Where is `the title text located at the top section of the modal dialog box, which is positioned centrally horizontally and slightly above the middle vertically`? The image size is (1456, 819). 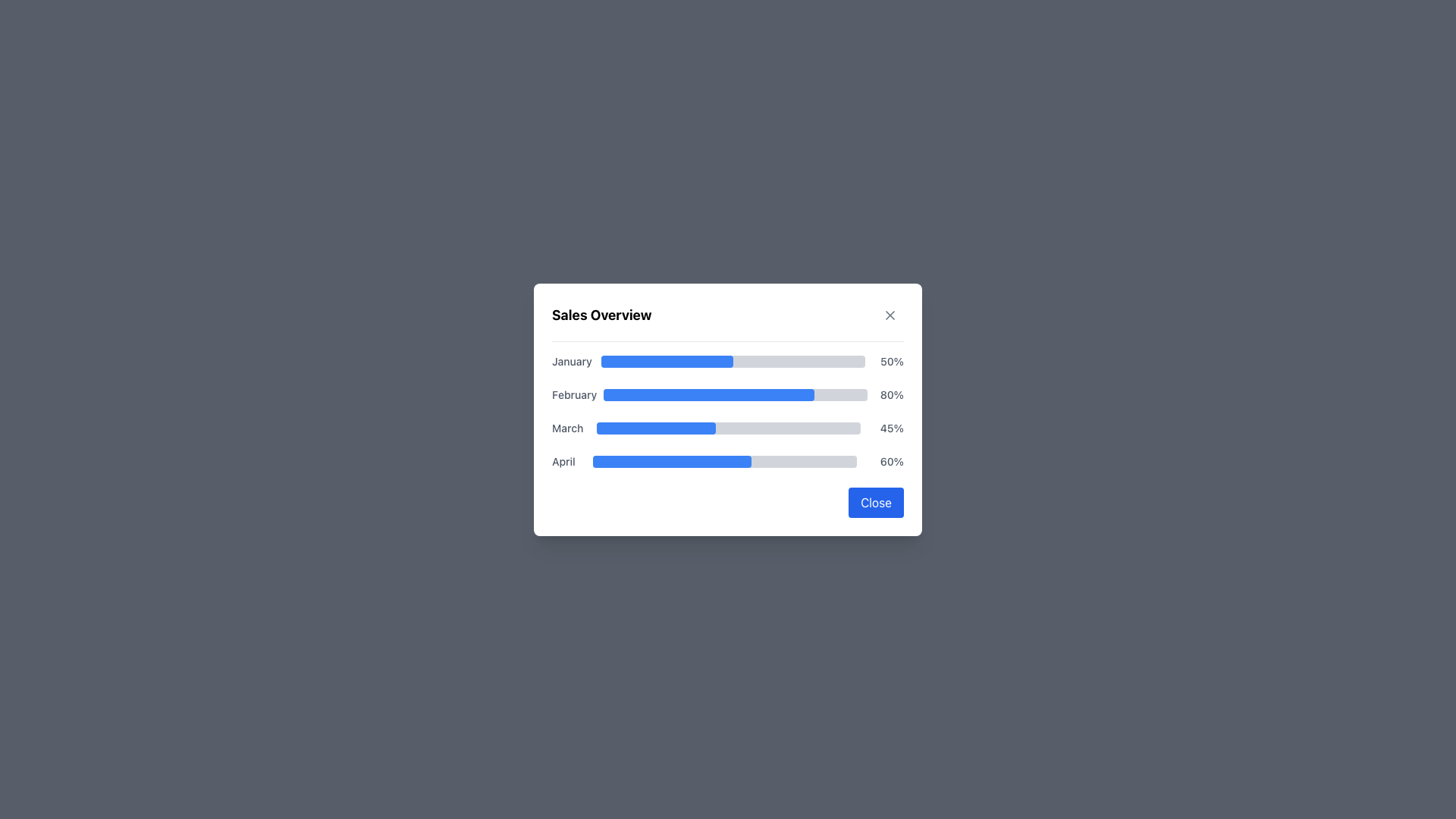 the title text located at the top section of the modal dialog box, which is positioned centrally horizontally and slightly above the middle vertically is located at coordinates (601, 314).